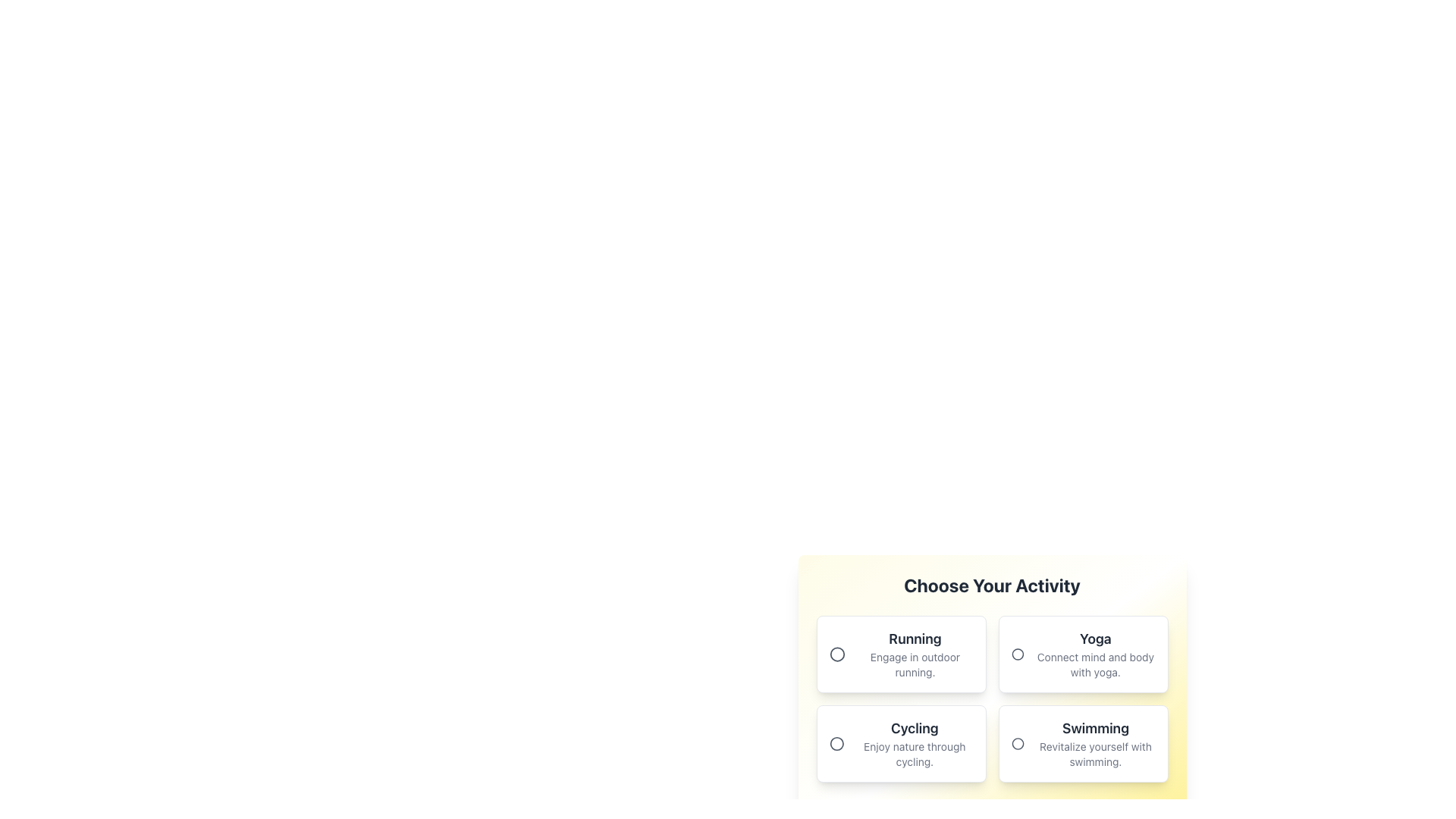 This screenshot has width=1456, height=819. Describe the element at coordinates (836, 654) in the screenshot. I see `the radio button styled as an icon within the 'Running' card in the top-left corner of the activity selection grid` at that location.